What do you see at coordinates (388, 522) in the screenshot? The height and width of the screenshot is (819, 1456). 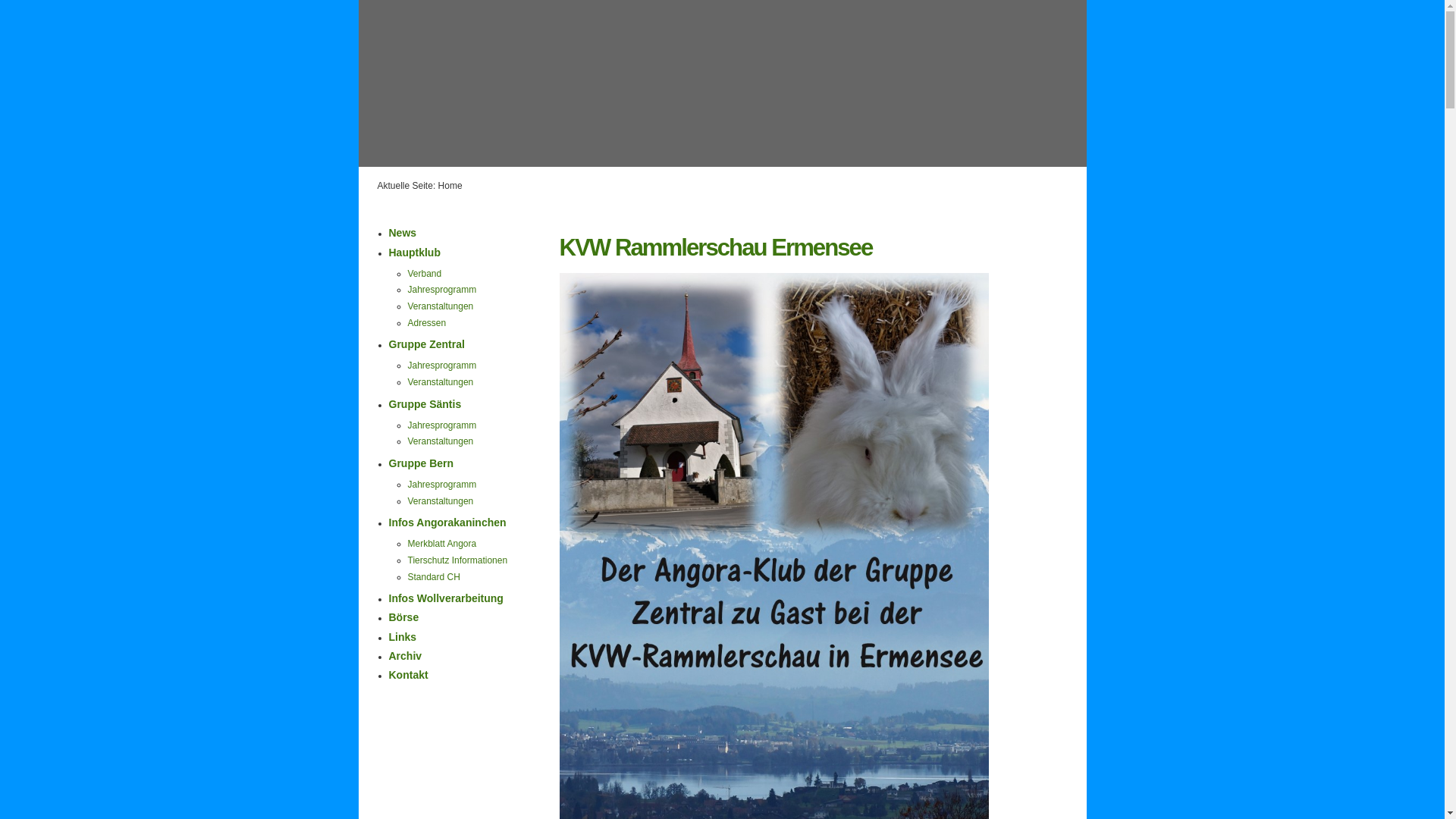 I see `'Infos Angorakaninchen'` at bounding box center [388, 522].